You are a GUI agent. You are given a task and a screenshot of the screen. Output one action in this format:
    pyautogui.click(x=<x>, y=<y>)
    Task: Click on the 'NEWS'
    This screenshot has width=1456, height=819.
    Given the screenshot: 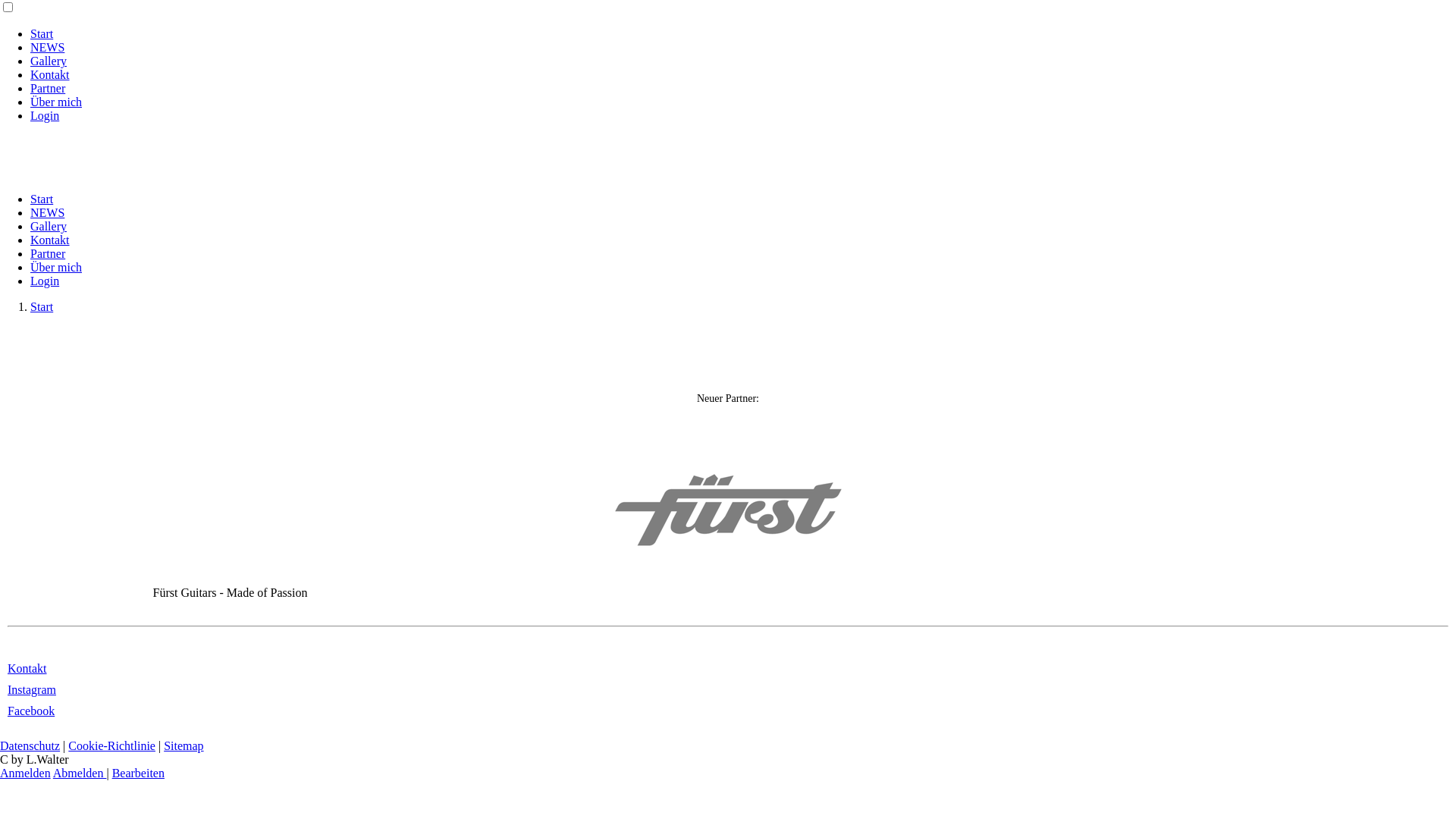 What is the action you would take?
    pyautogui.click(x=30, y=212)
    